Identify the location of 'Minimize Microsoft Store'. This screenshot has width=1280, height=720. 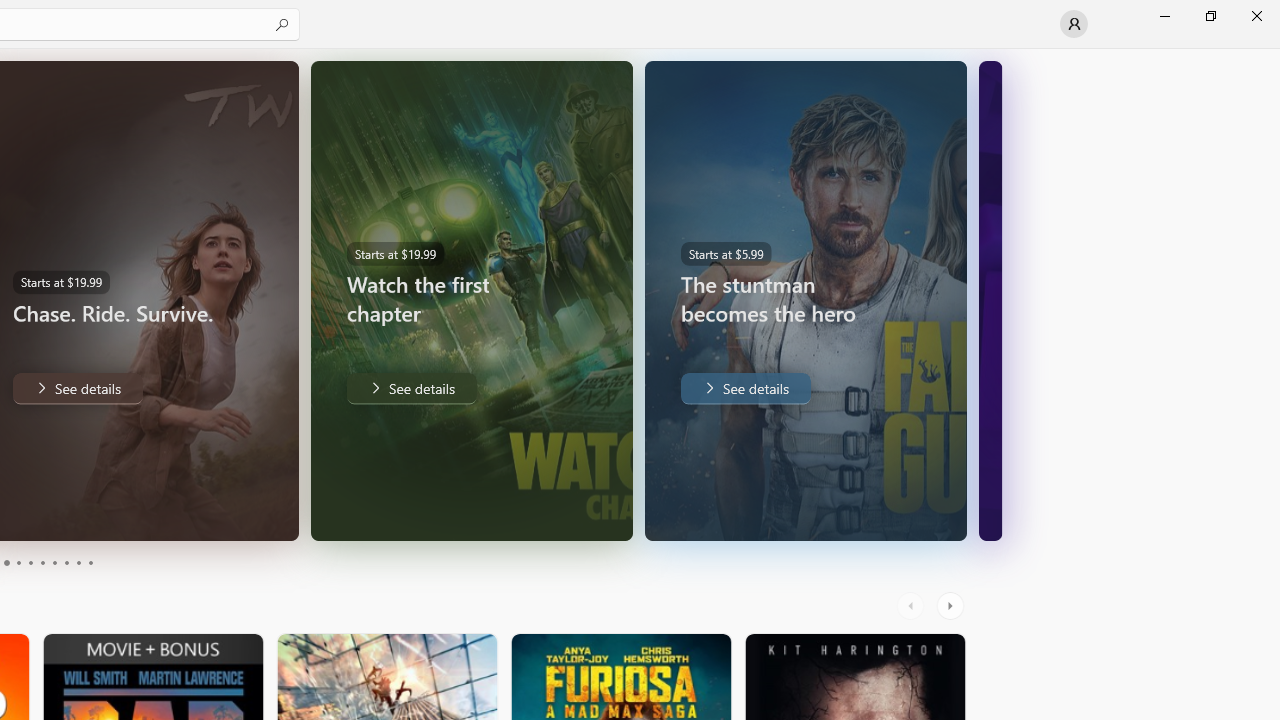
(1164, 15).